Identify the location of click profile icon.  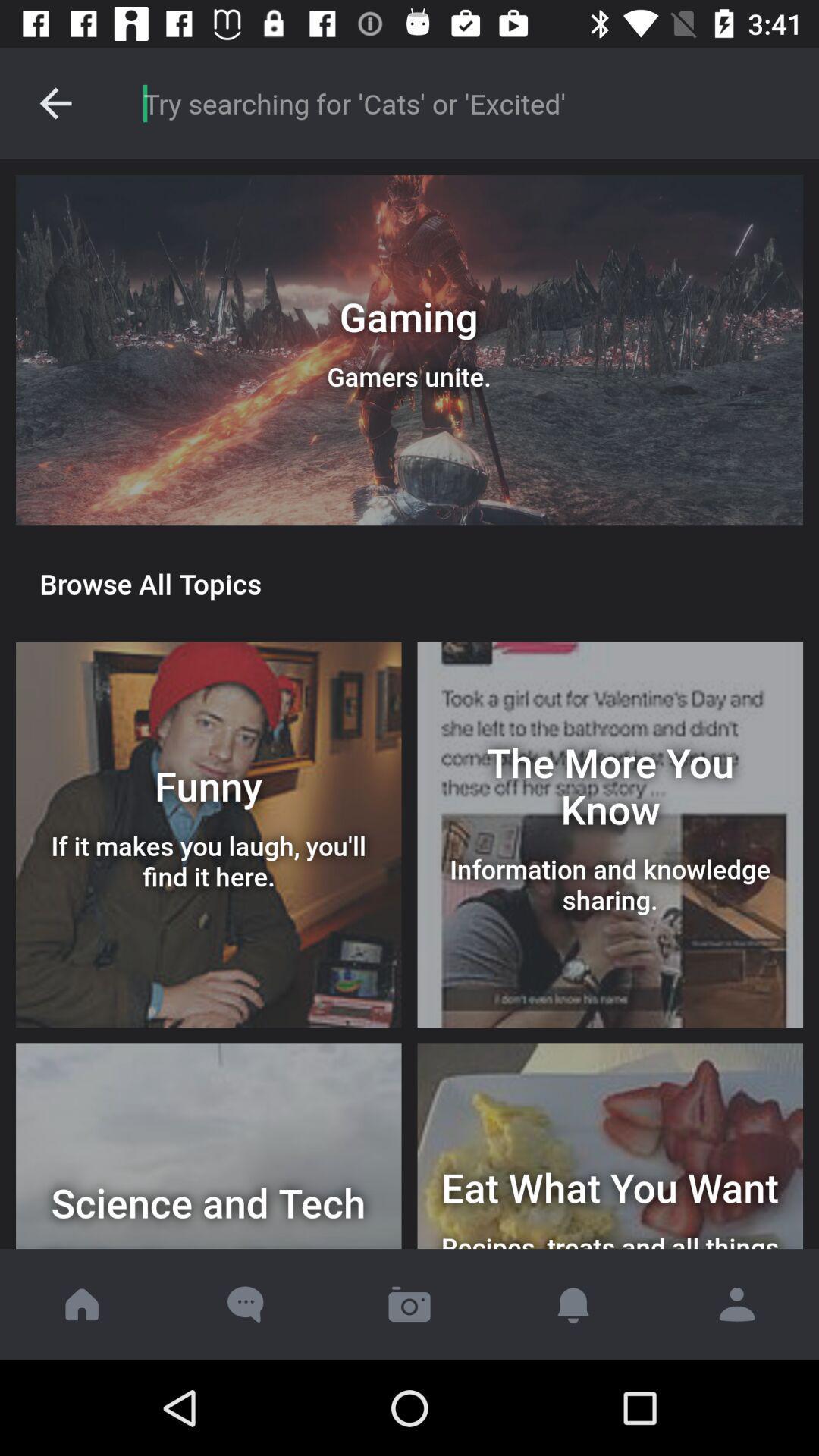
(736, 1304).